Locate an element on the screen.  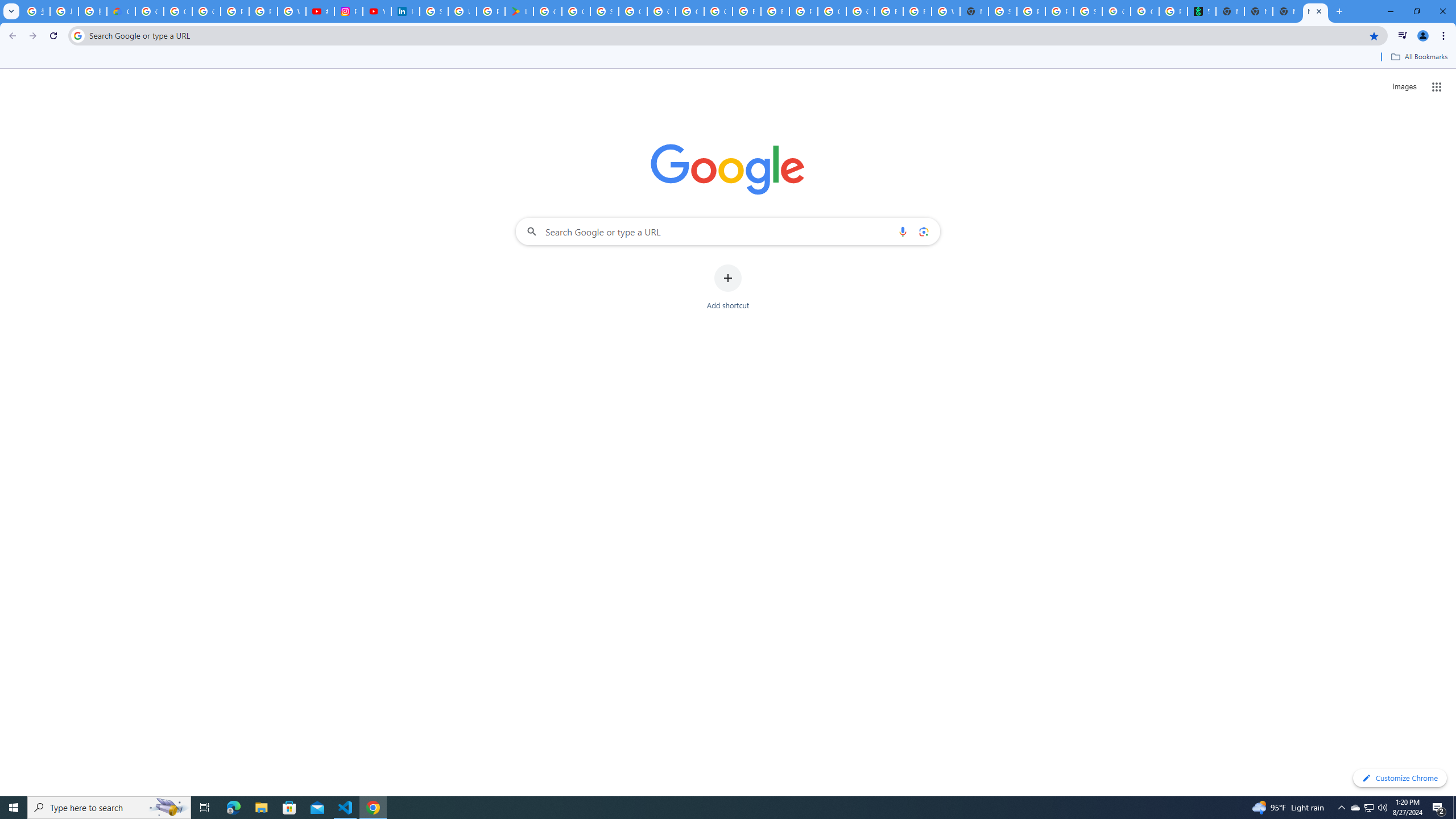
'Google Cloud Platform' is located at coordinates (860, 11).